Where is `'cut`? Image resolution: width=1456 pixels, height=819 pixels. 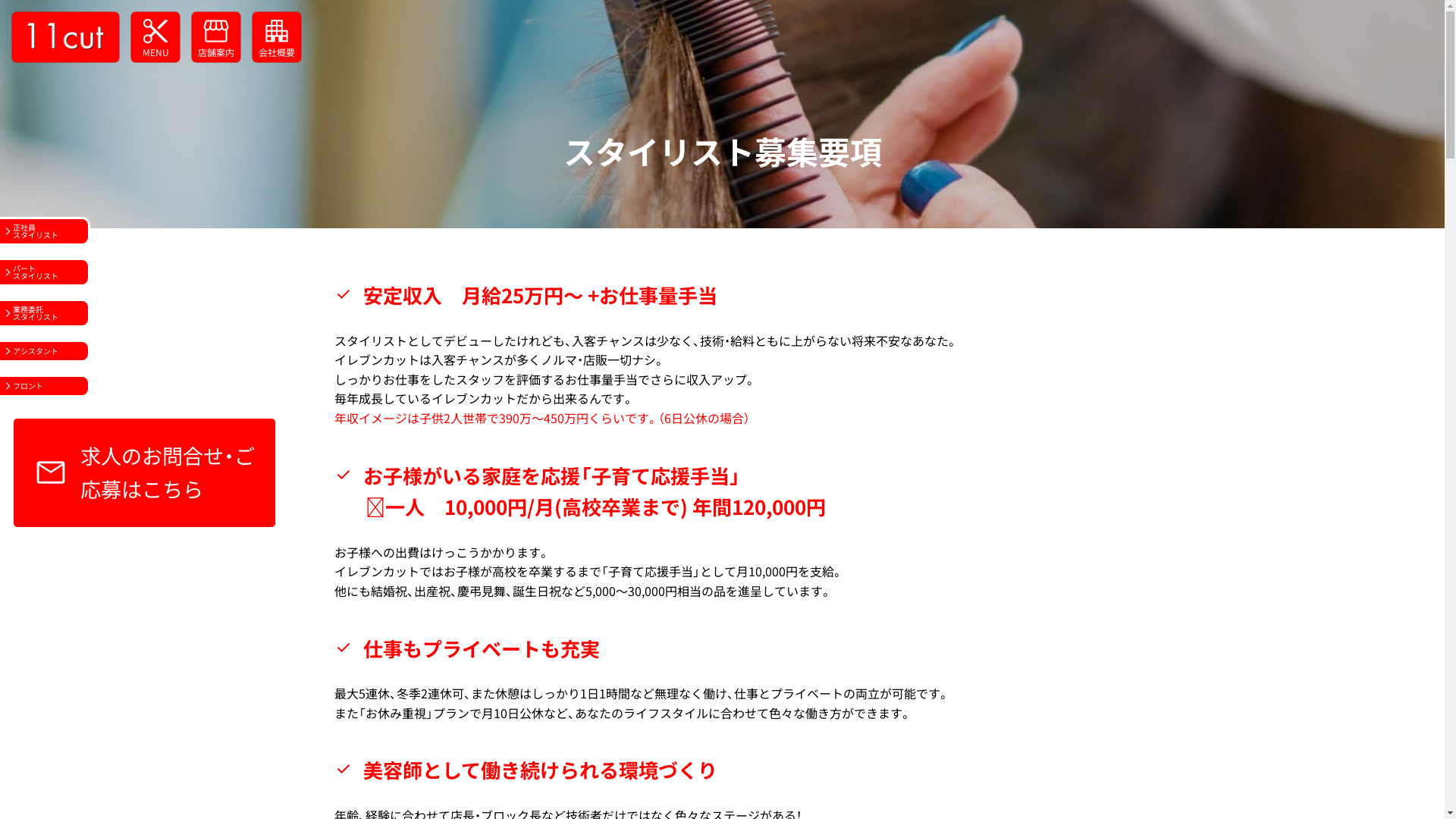 'cut is located at coordinates (155, 36).